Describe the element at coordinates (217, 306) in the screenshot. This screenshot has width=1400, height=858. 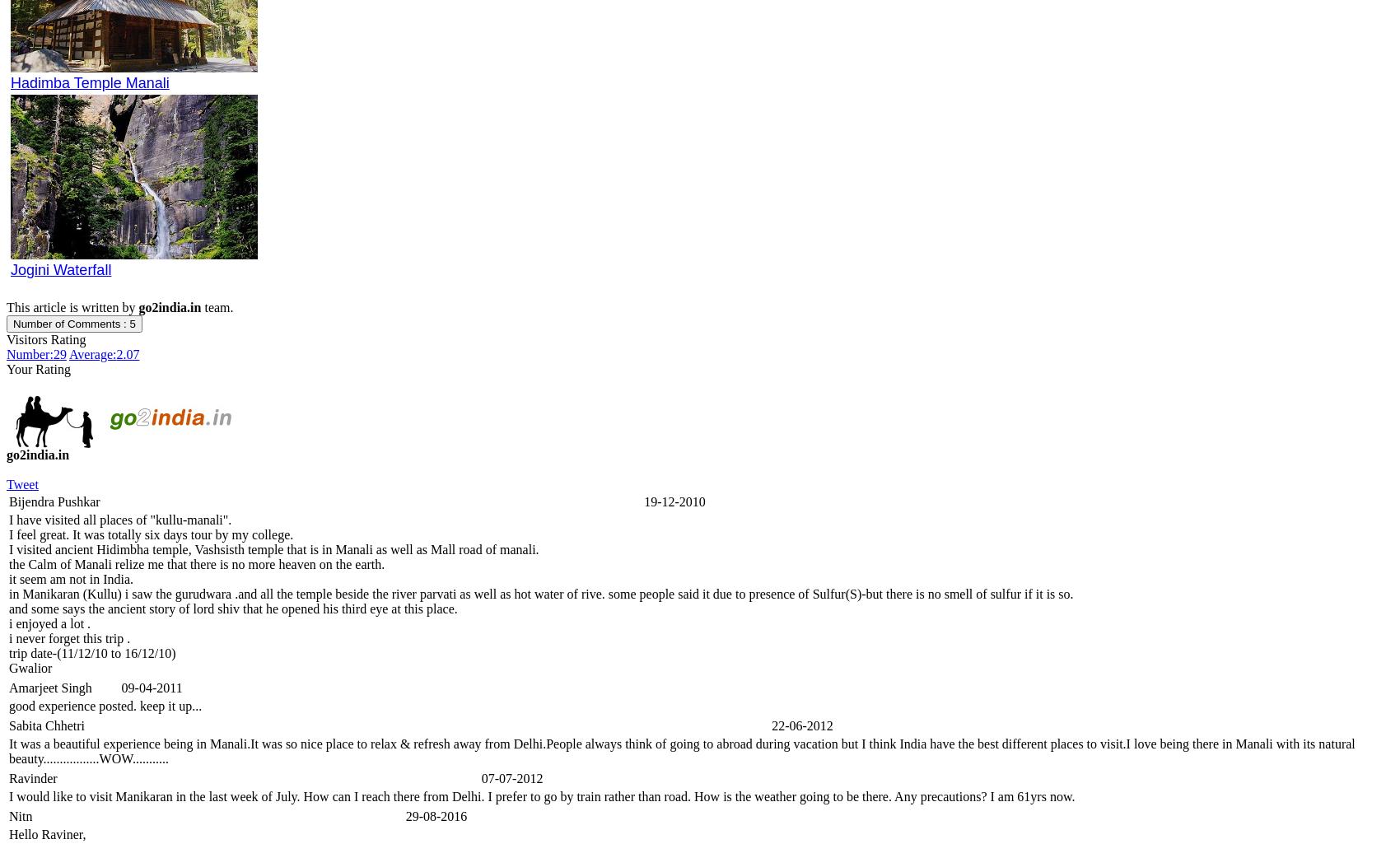
I see `'team.'` at that location.